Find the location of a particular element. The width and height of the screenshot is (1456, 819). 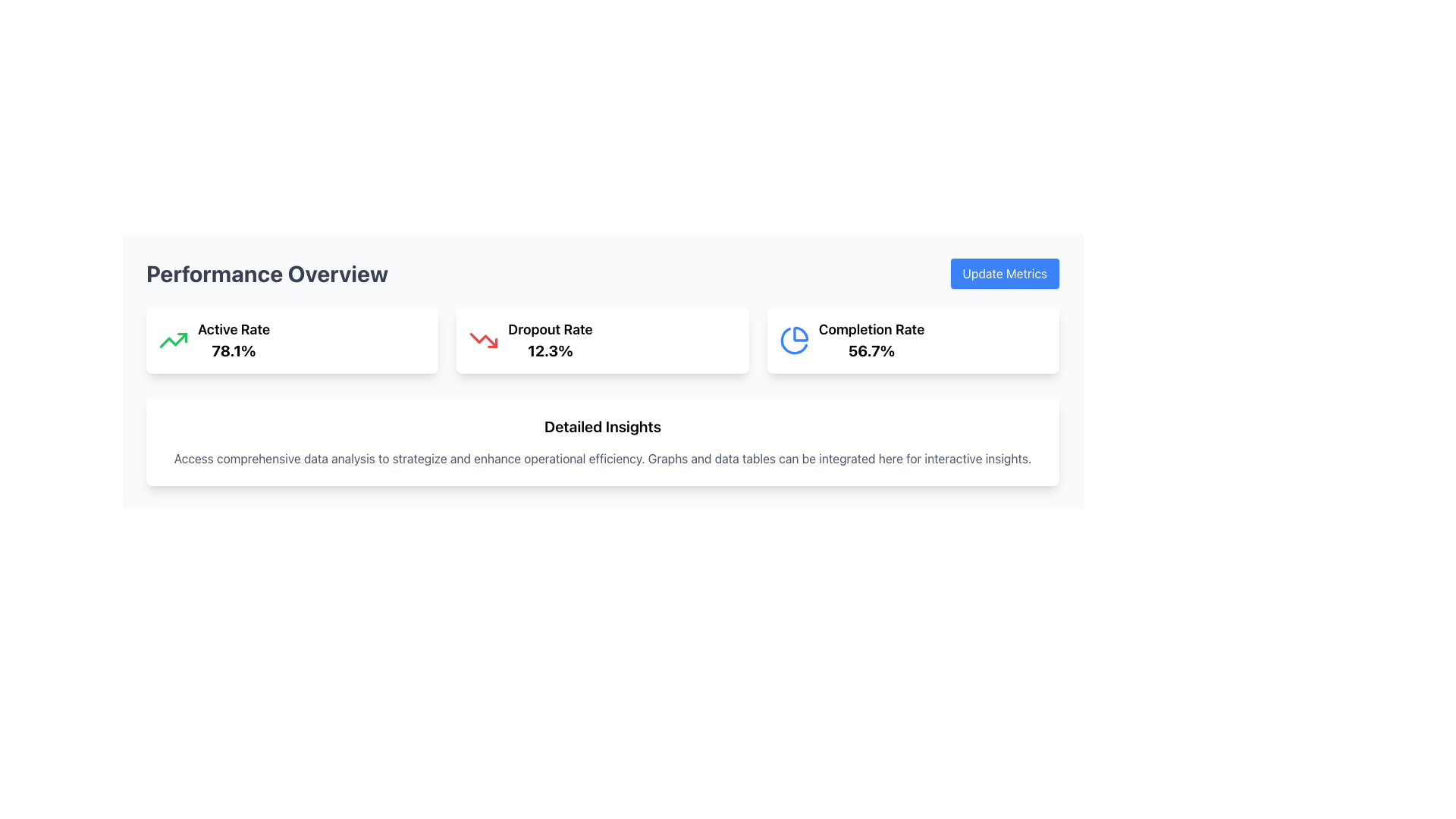

the Information Display Card that contains a green trending-up icon and displays 'Active Rate' and '78.1%' in bold text, located in the leftmost position of the Performance Overview section is located at coordinates (213, 339).